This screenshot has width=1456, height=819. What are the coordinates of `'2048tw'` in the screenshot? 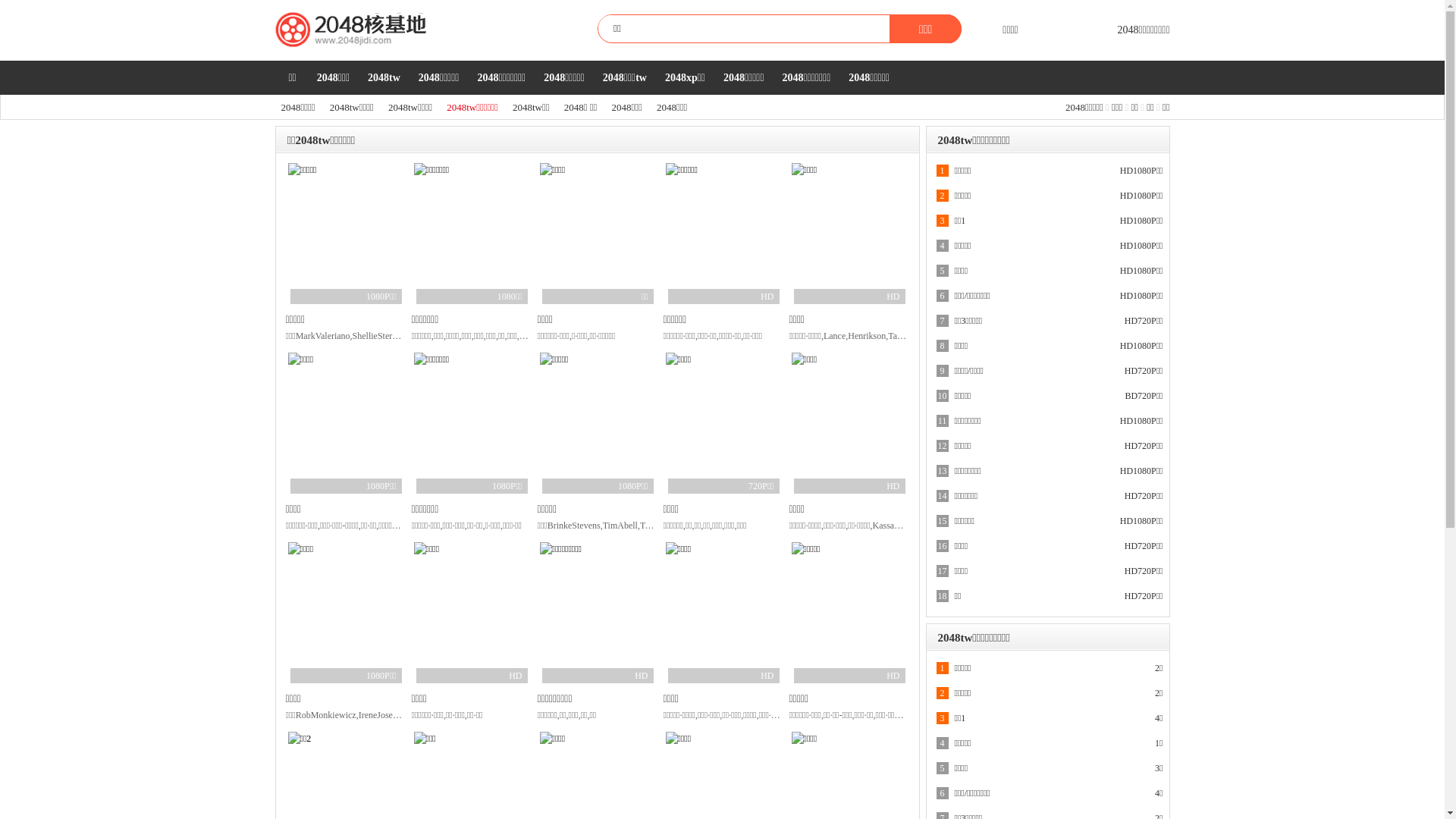 It's located at (384, 77).